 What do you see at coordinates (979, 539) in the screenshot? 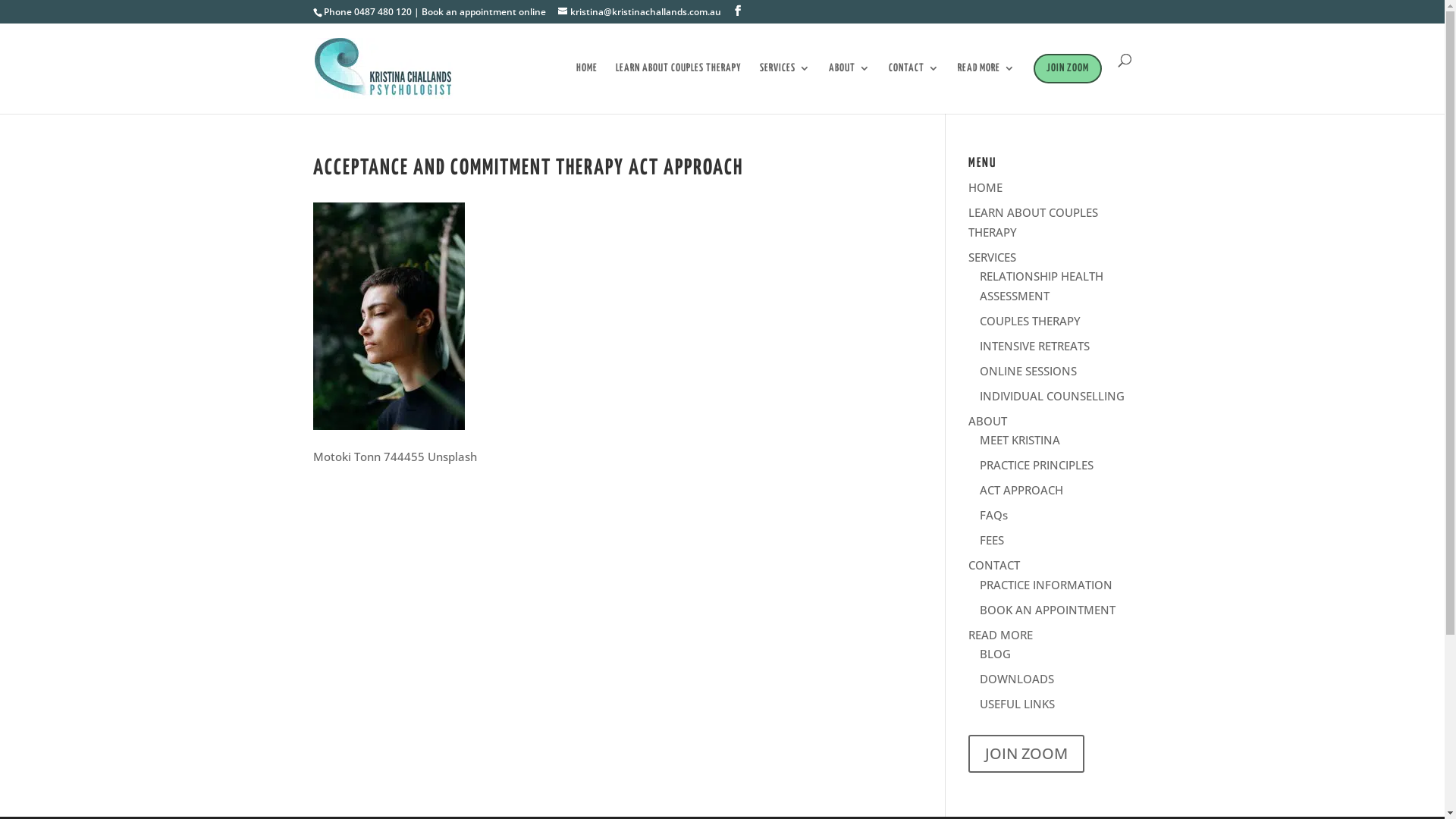
I see `'FEES'` at bounding box center [979, 539].